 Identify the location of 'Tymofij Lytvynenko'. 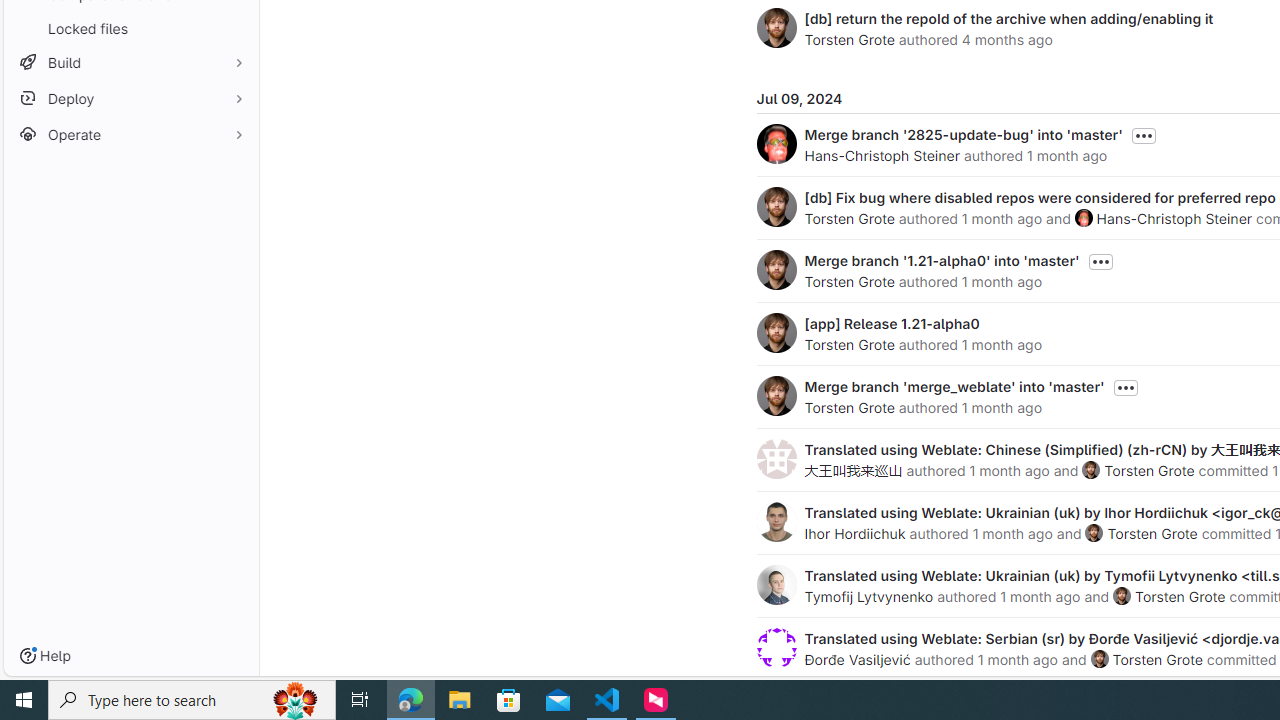
(869, 595).